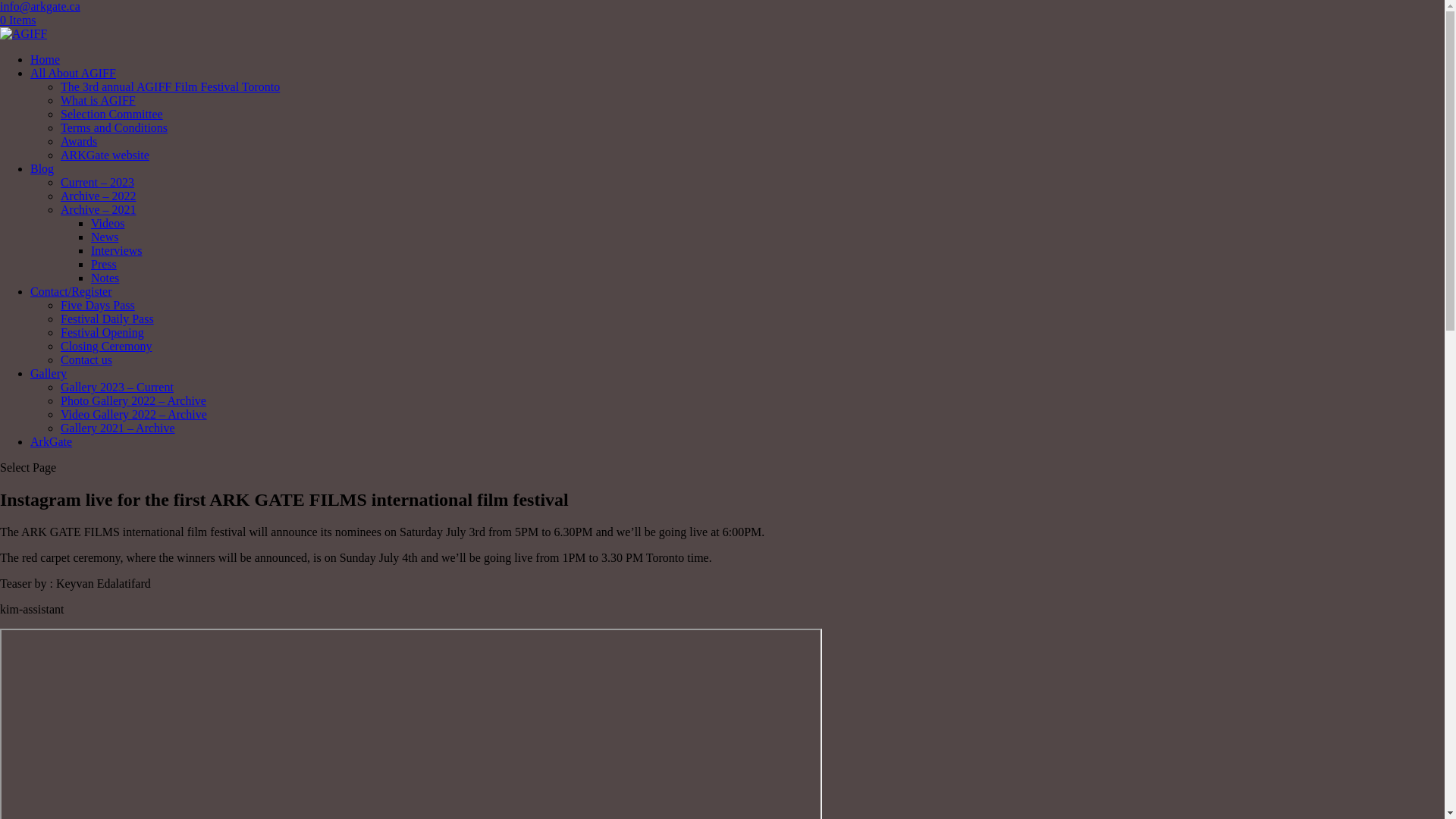 The width and height of the screenshot is (1456, 819). I want to click on 'Home', so click(45, 58).